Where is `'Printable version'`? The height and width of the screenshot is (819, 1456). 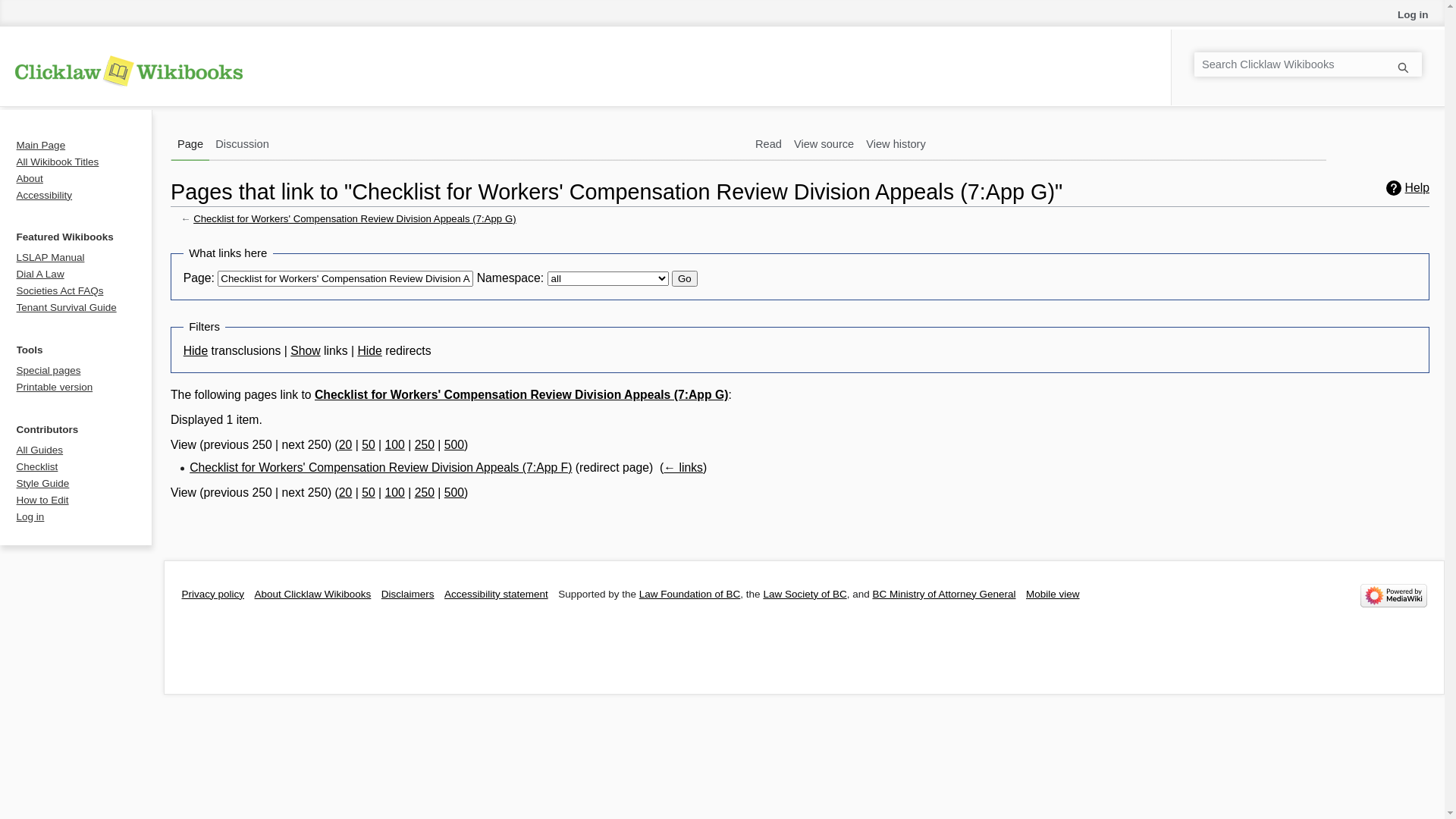 'Printable version' is located at coordinates (17, 386).